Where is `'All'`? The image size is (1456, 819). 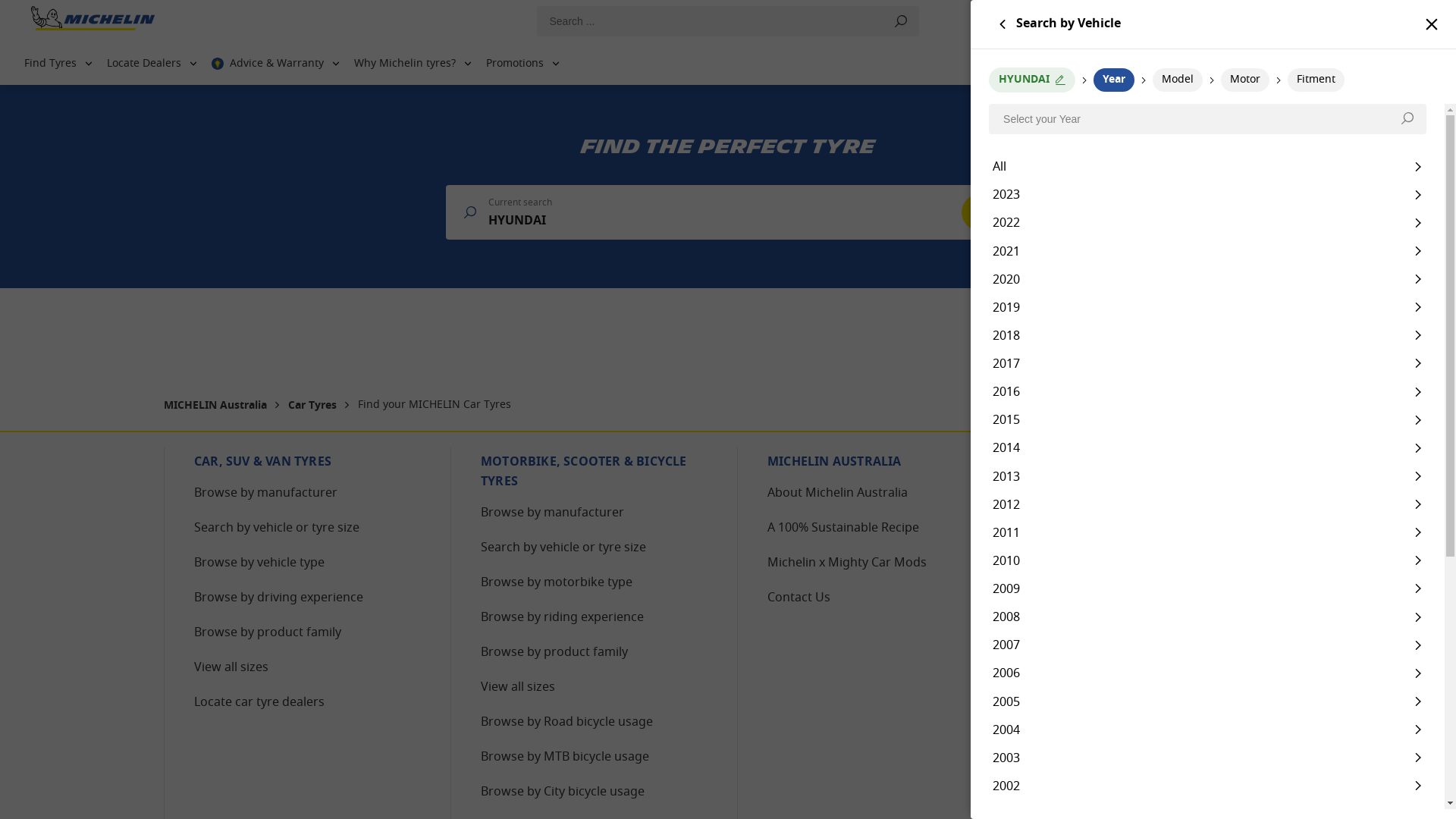
'All' is located at coordinates (1207, 166).